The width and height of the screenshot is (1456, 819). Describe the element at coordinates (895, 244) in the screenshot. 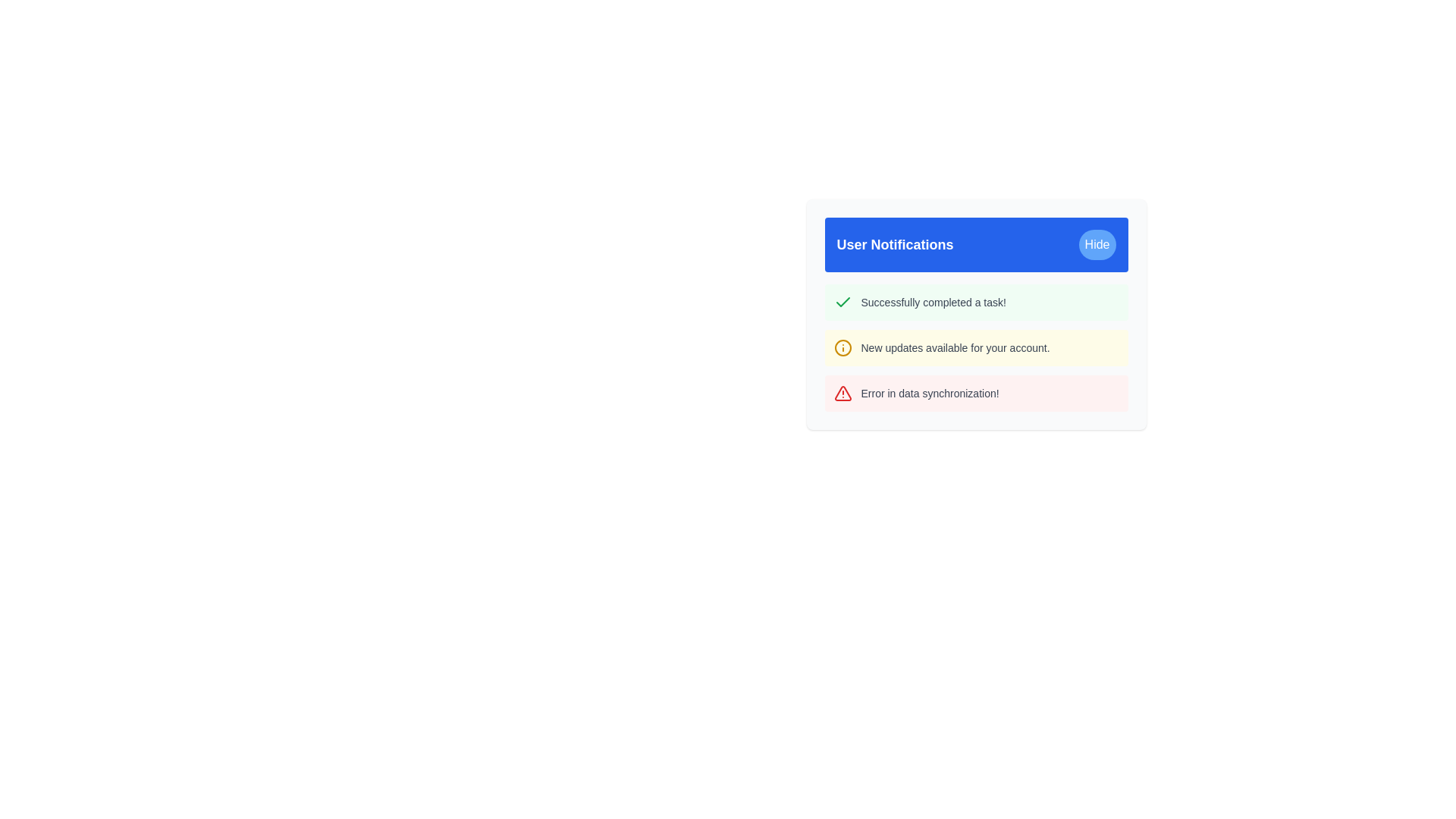

I see `the 'User Notifications' label which displays bold white text on a blue background, located in the header section of the notification box` at that location.